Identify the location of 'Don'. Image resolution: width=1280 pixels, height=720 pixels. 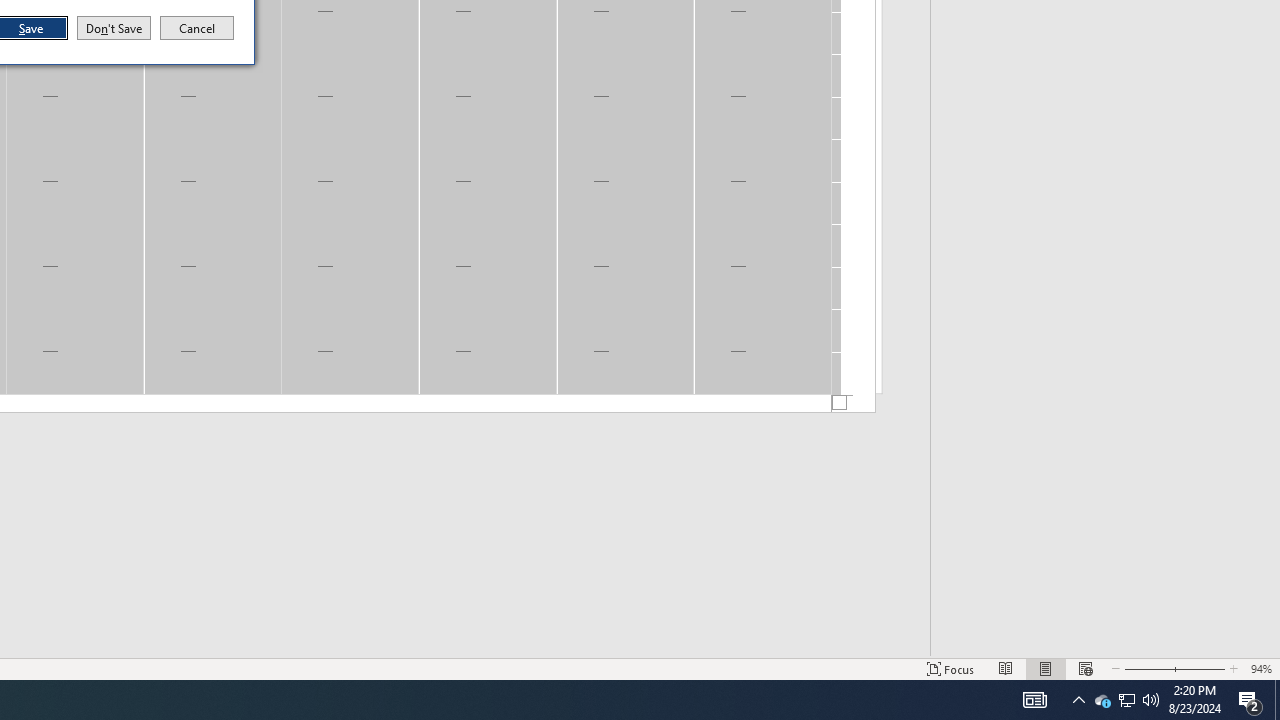
(112, 28).